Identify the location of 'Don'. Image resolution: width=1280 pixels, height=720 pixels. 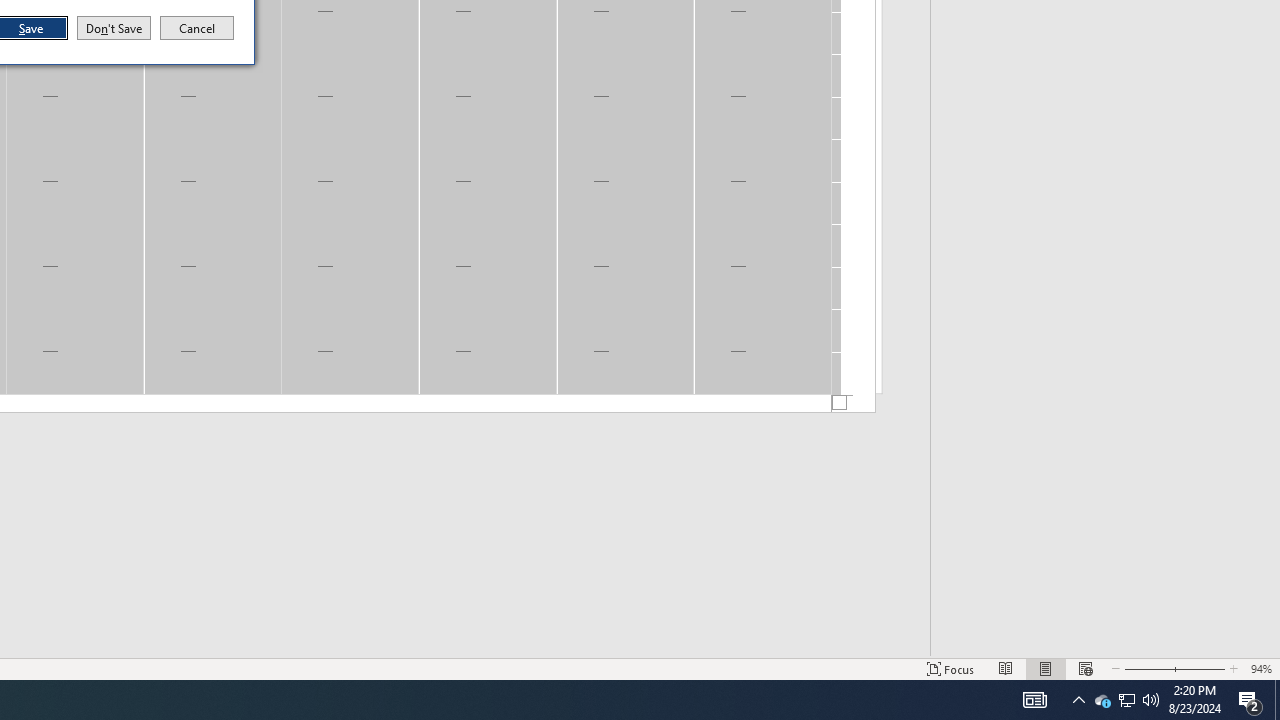
(112, 28).